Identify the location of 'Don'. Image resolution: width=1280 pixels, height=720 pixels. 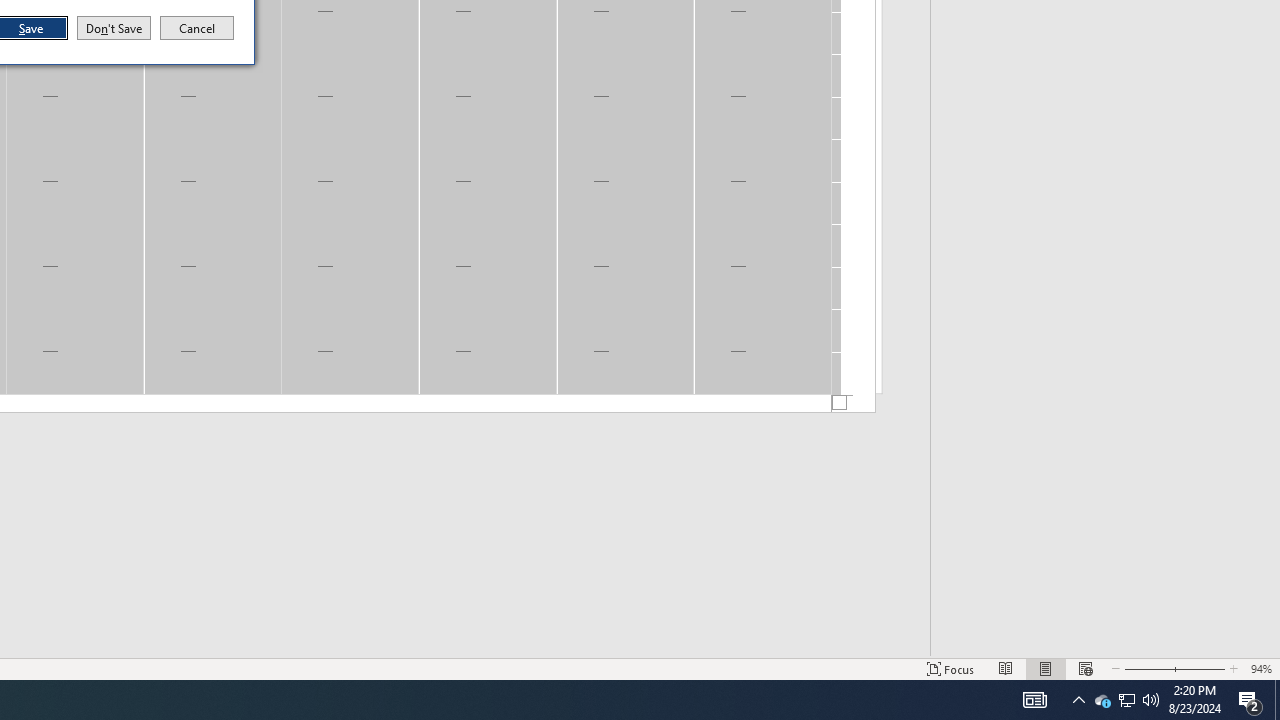
(112, 28).